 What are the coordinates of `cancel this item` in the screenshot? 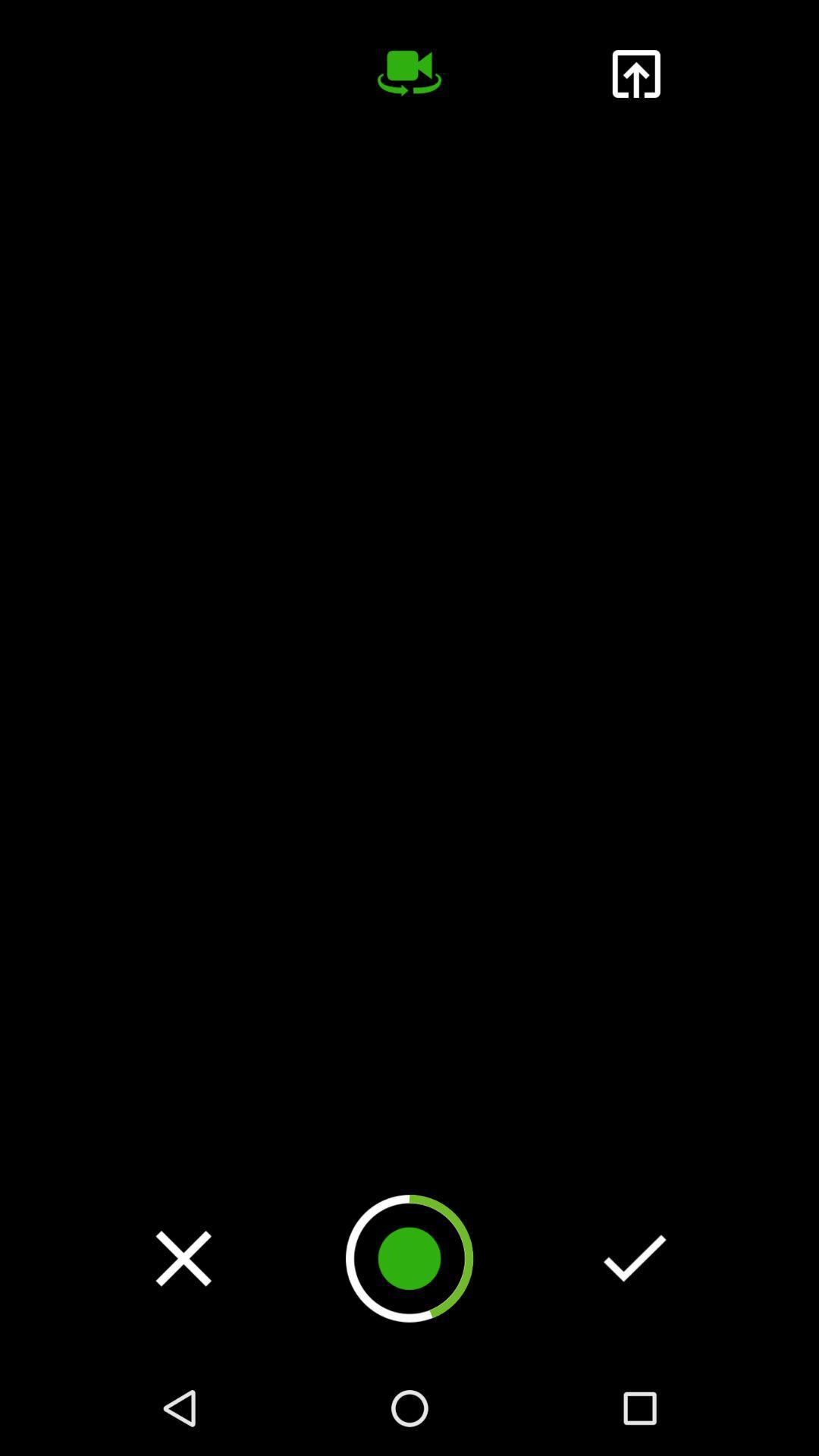 It's located at (183, 1258).